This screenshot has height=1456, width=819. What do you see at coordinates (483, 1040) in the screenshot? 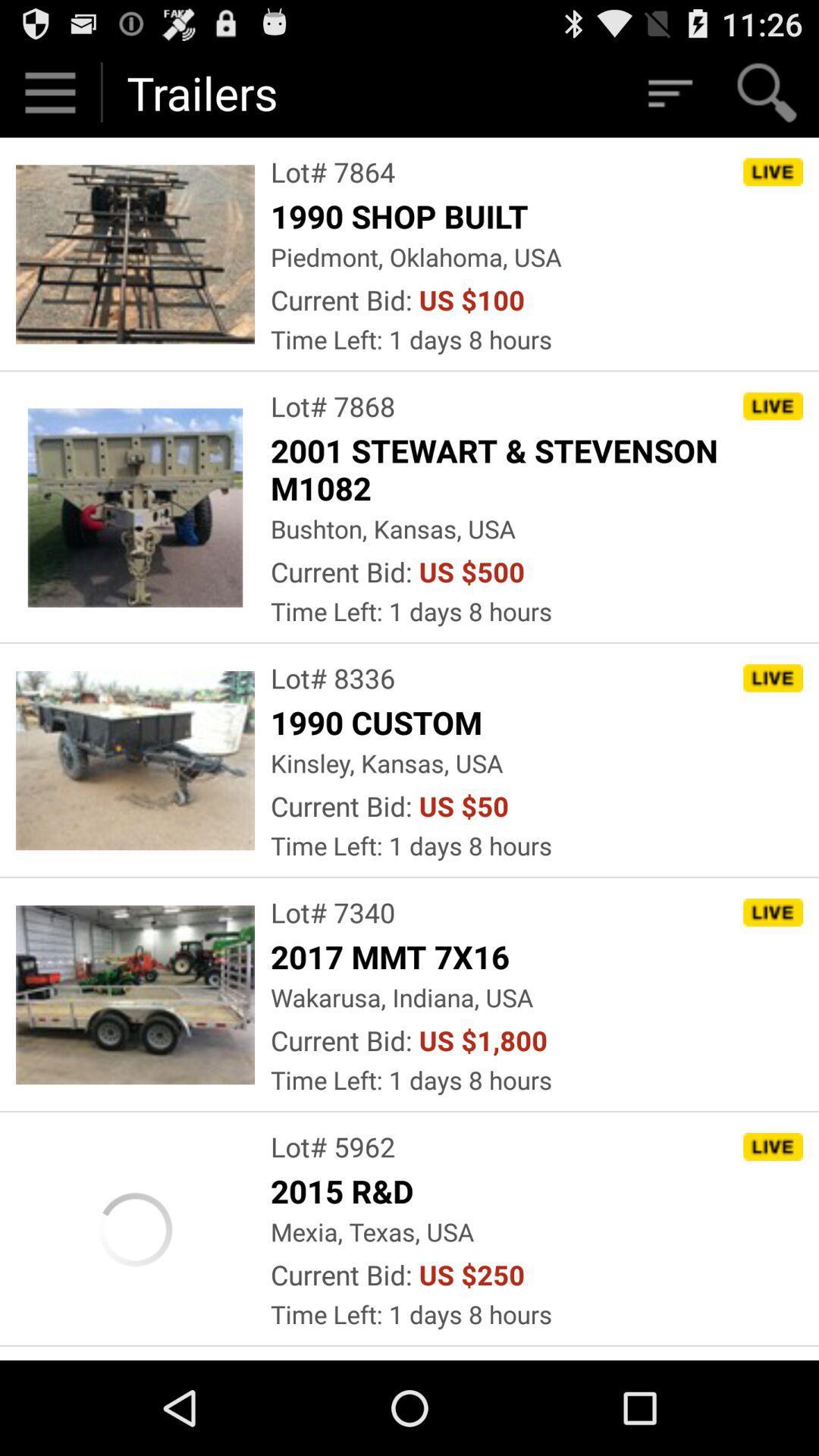
I see `the item to the right of current bid:  app` at bounding box center [483, 1040].